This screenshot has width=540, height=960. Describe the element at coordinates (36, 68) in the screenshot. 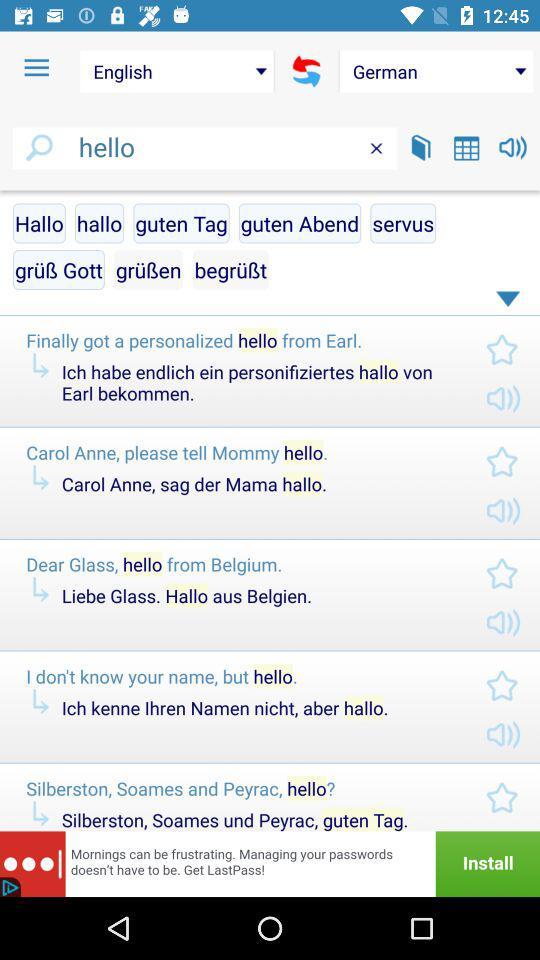

I see `icon above hello icon` at that location.